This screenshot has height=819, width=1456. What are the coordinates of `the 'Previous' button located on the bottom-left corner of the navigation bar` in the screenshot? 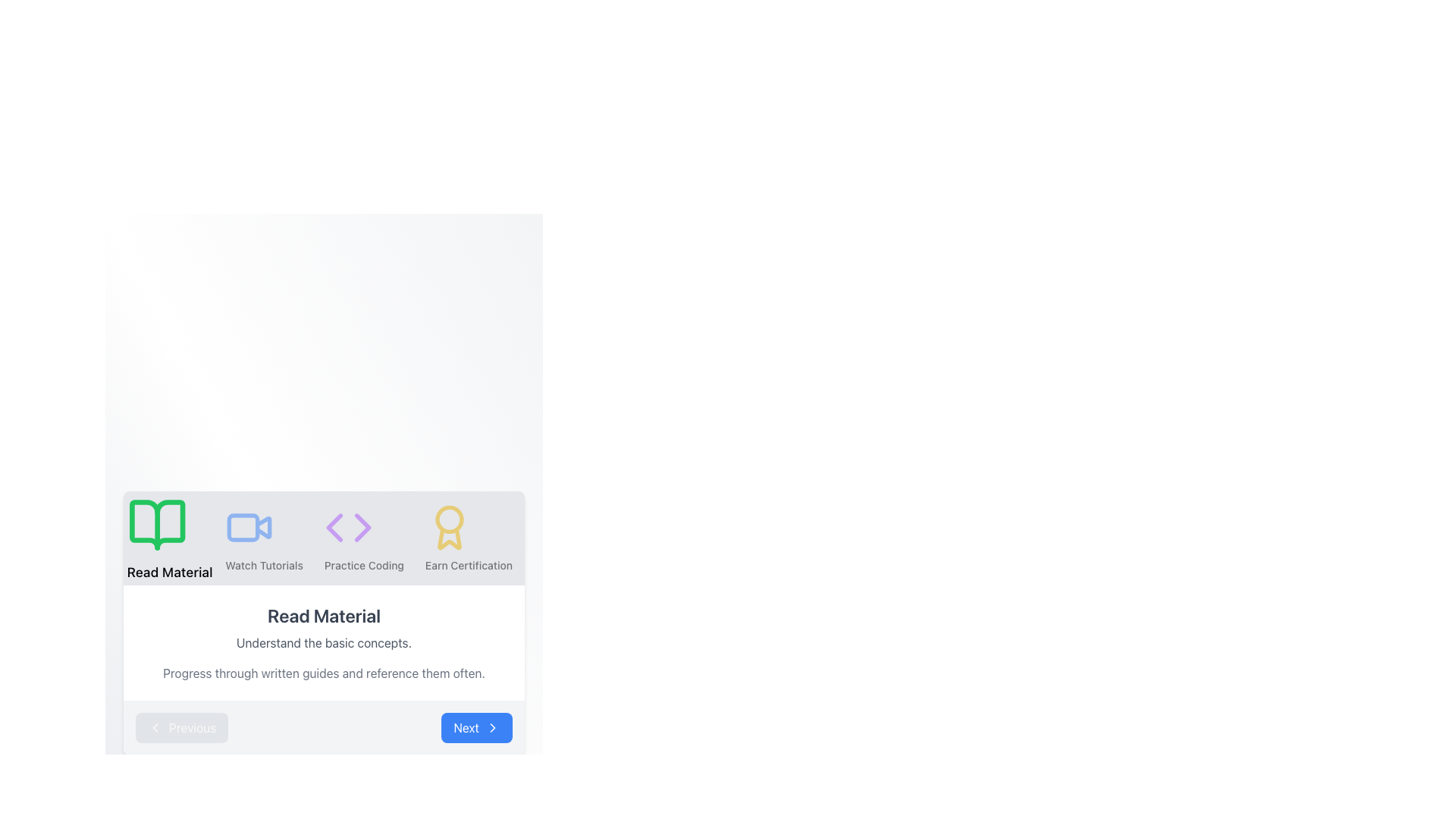 It's located at (182, 727).